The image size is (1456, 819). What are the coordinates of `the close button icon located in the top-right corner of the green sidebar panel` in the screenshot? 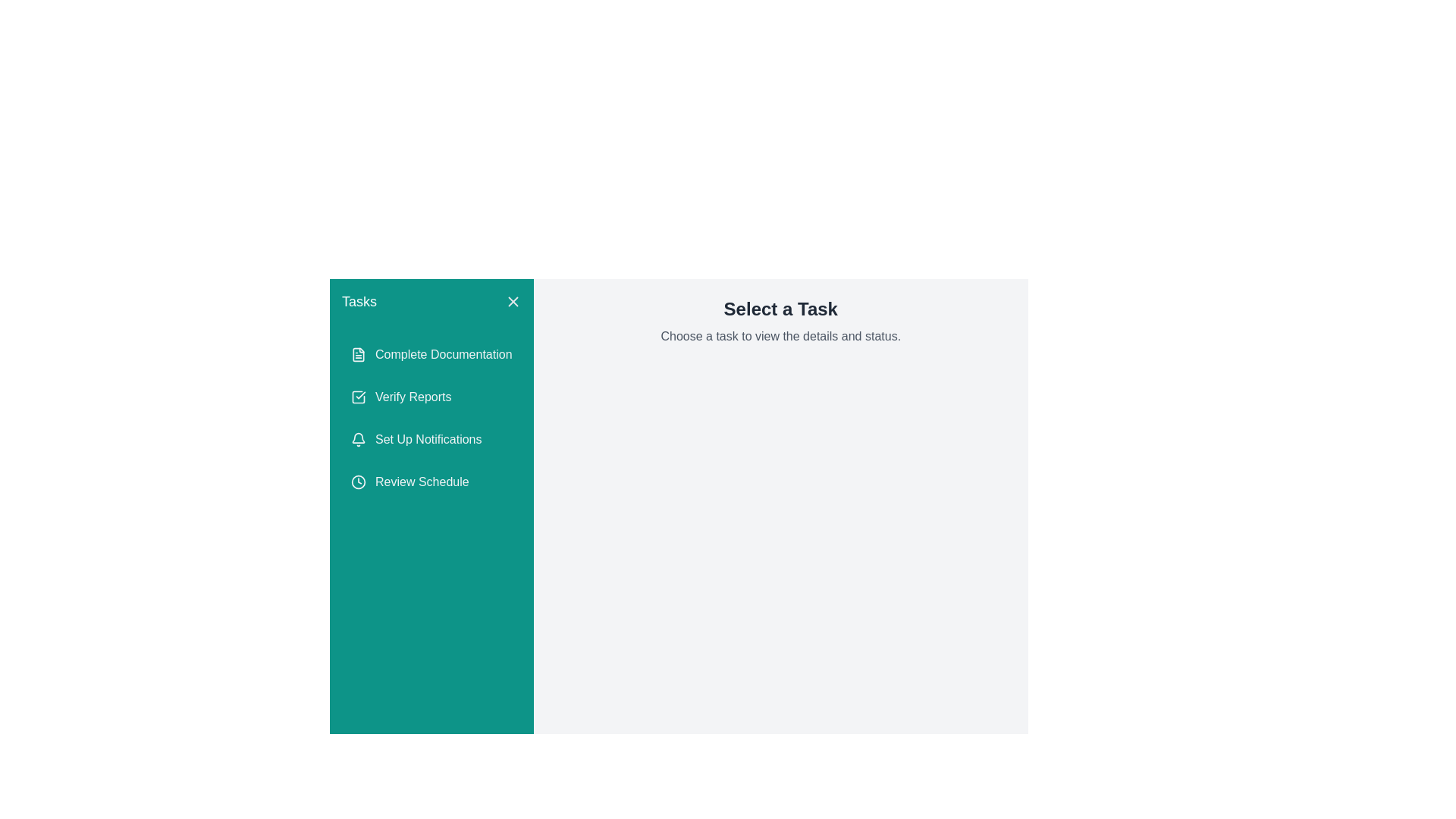 It's located at (513, 301).